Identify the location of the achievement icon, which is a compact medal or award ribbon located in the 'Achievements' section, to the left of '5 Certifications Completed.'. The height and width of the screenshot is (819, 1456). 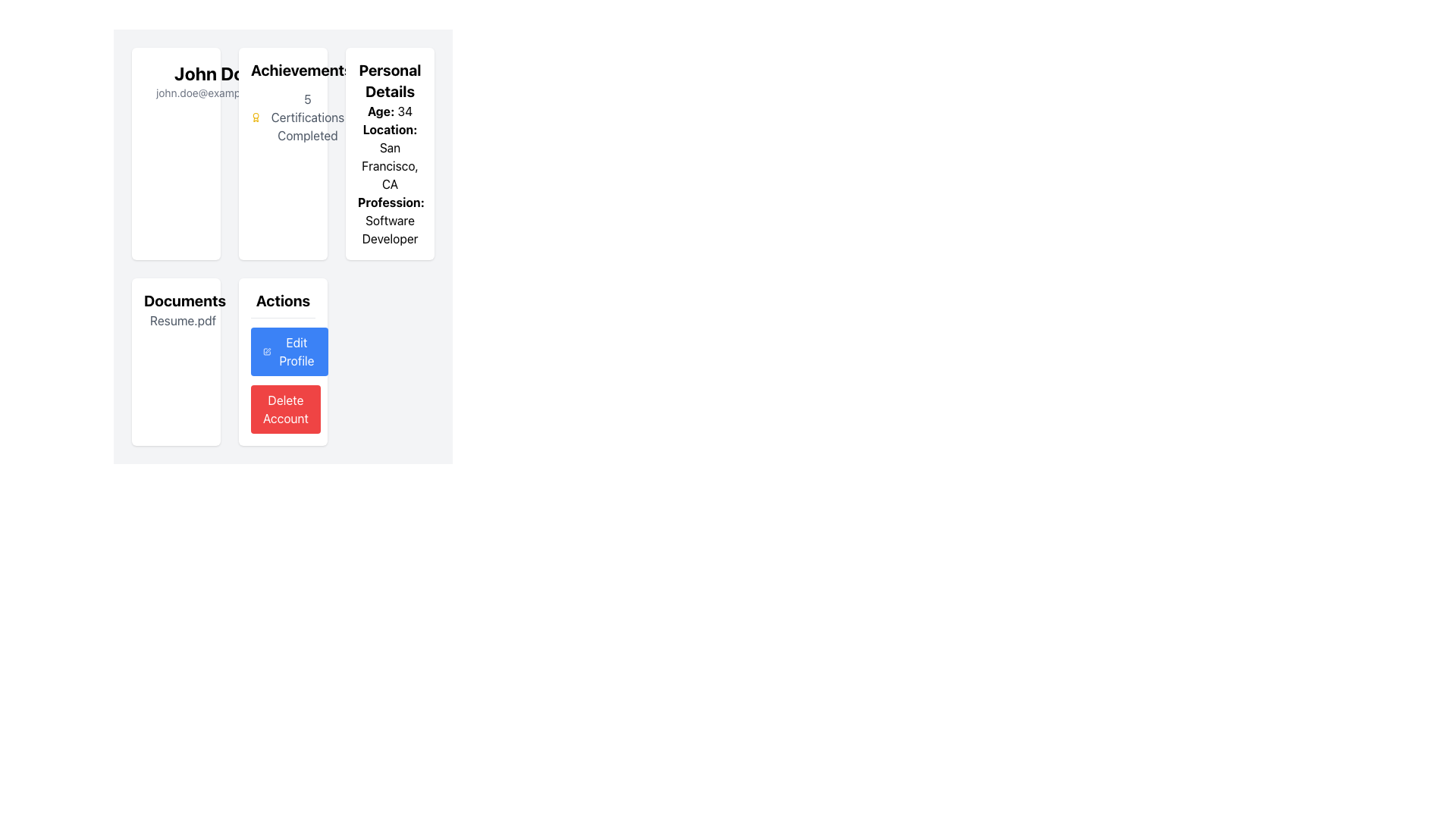
(256, 116).